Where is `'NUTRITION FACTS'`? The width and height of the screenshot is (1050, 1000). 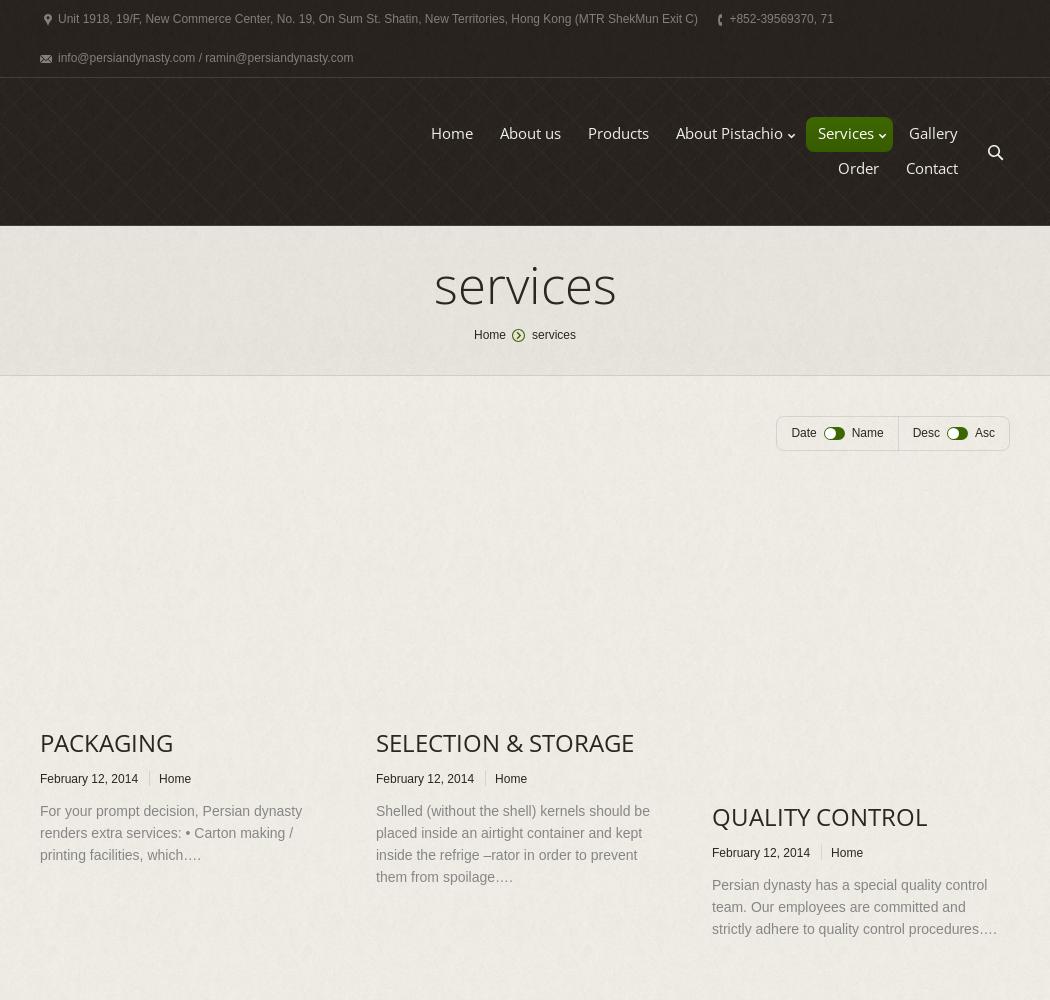 'NUTRITION FACTS' is located at coordinates (741, 210).